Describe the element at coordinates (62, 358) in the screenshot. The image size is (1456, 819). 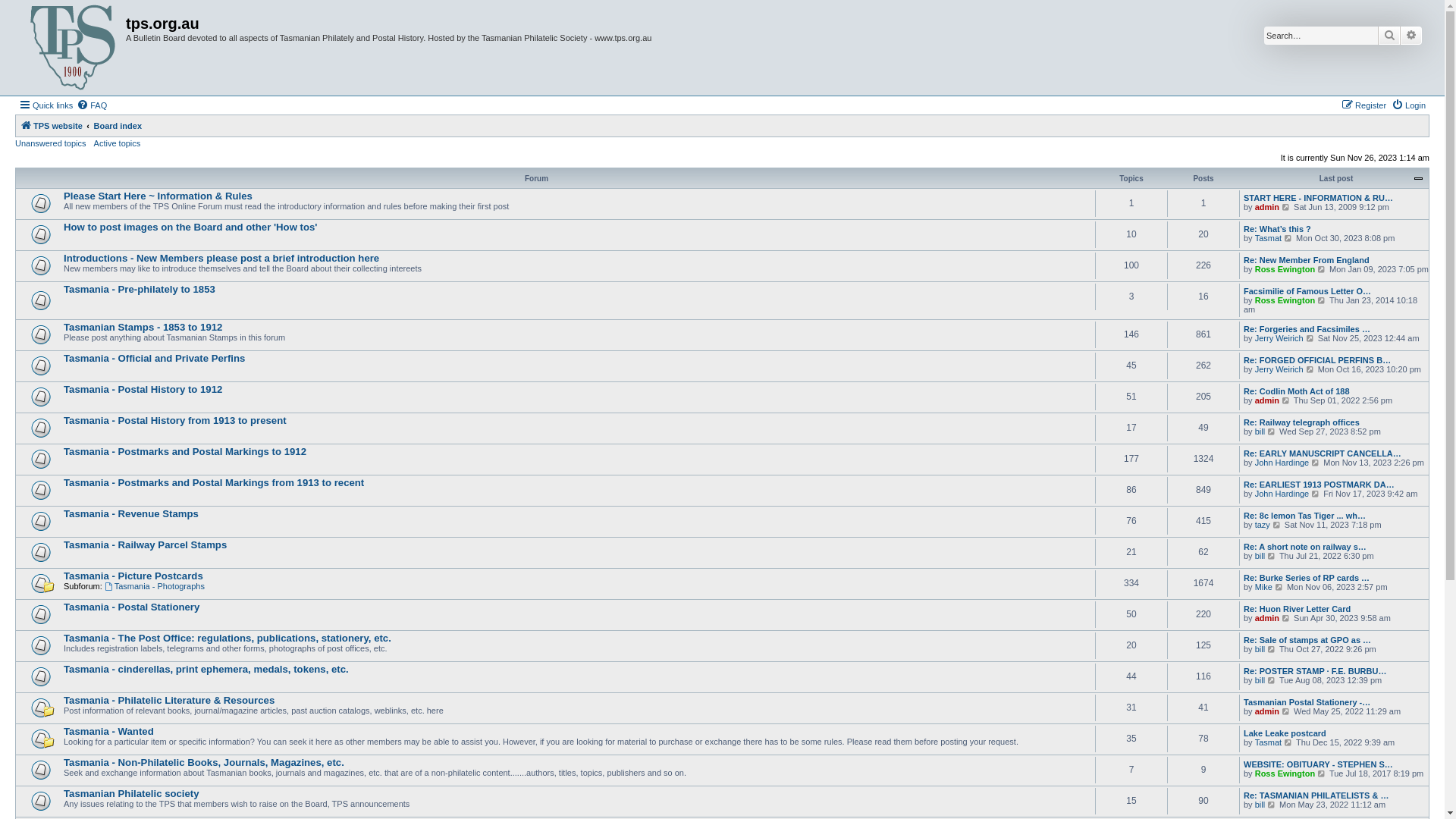
I see `'Tasmania - Official and Private Perfins'` at that location.